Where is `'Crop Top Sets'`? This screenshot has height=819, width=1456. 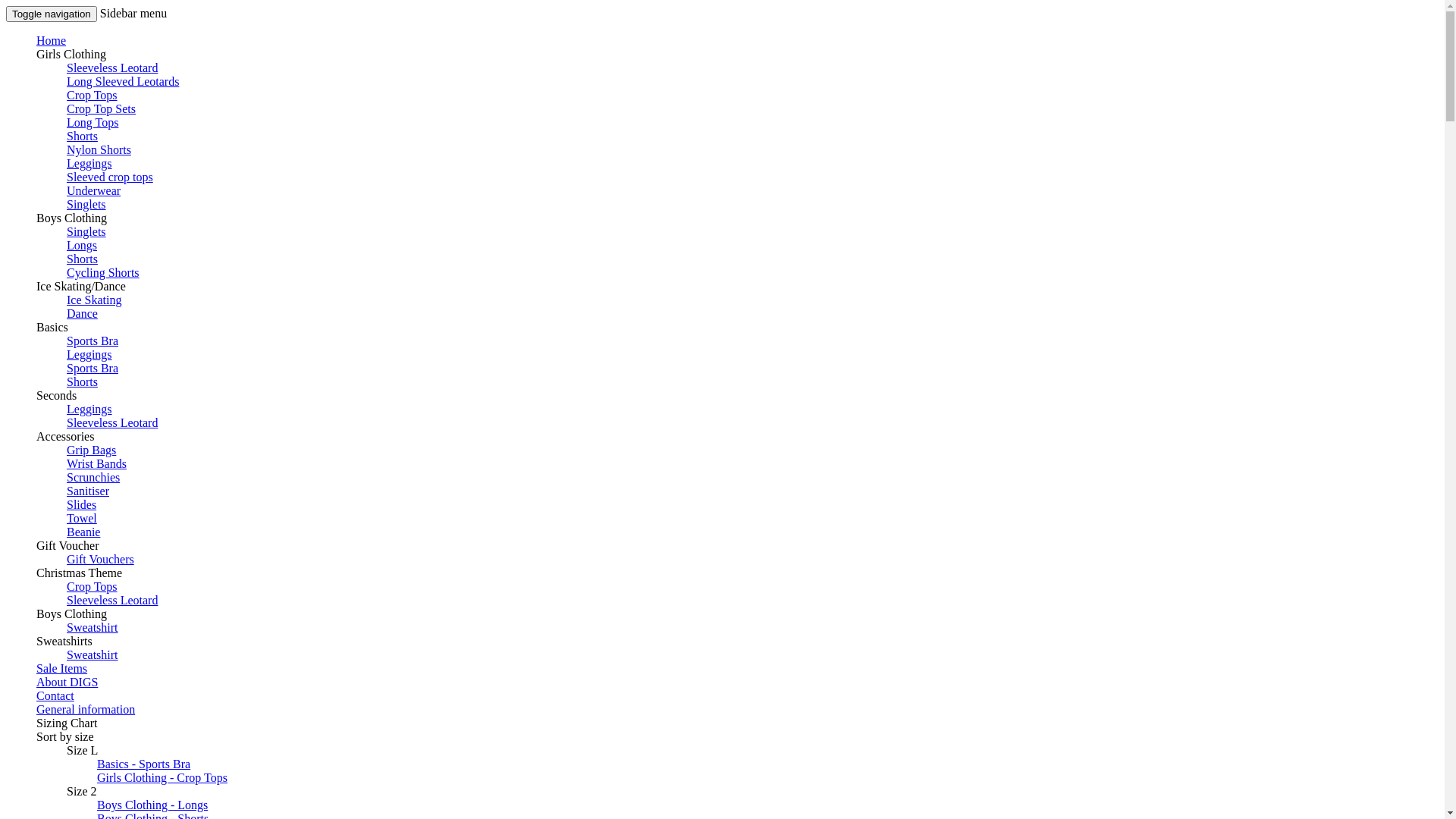 'Crop Top Sets' is located at coordinates (100, 108).